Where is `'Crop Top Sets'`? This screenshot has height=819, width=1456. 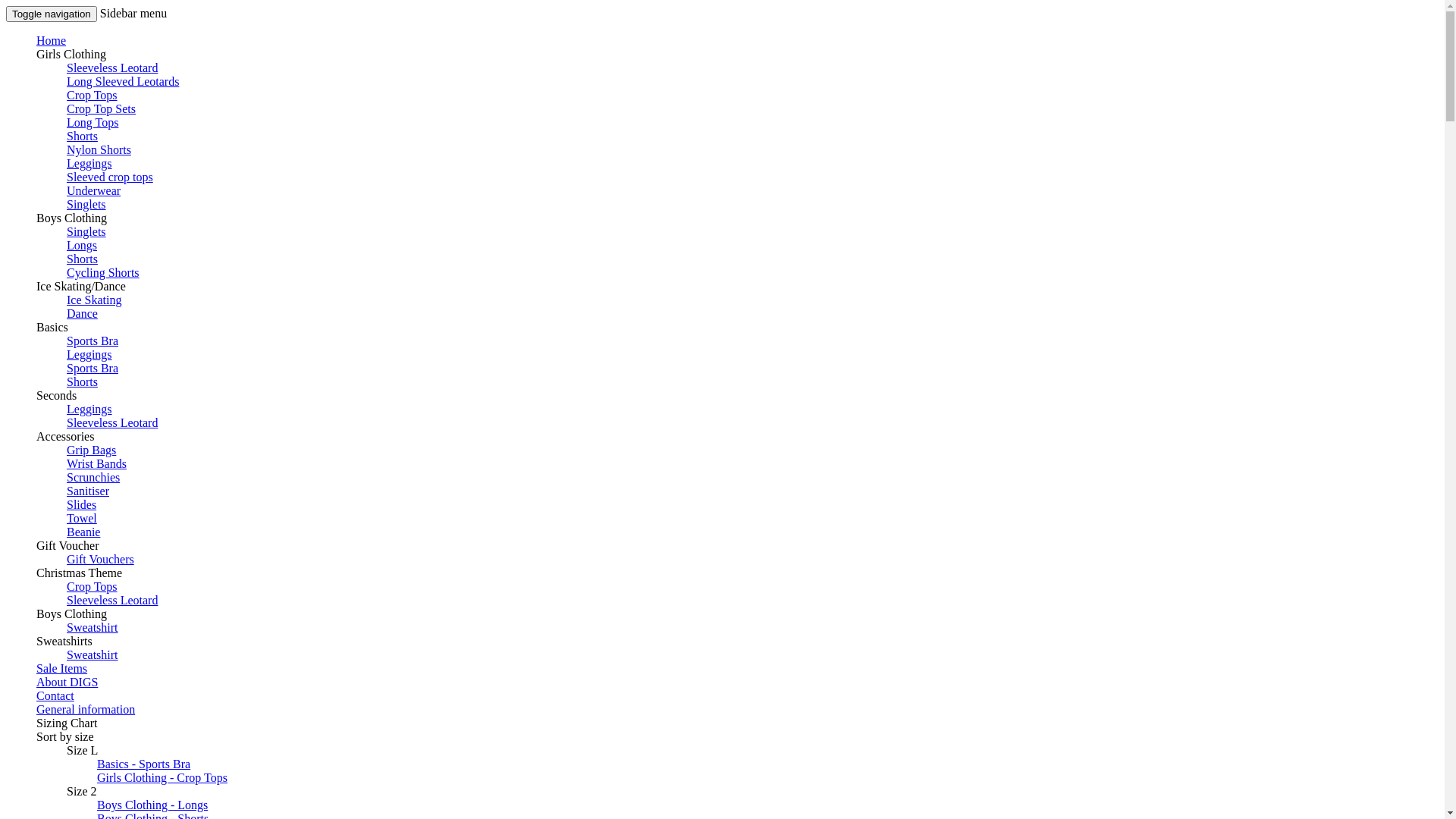 'Crop Top Sets' is located at coordinates (100, 108).